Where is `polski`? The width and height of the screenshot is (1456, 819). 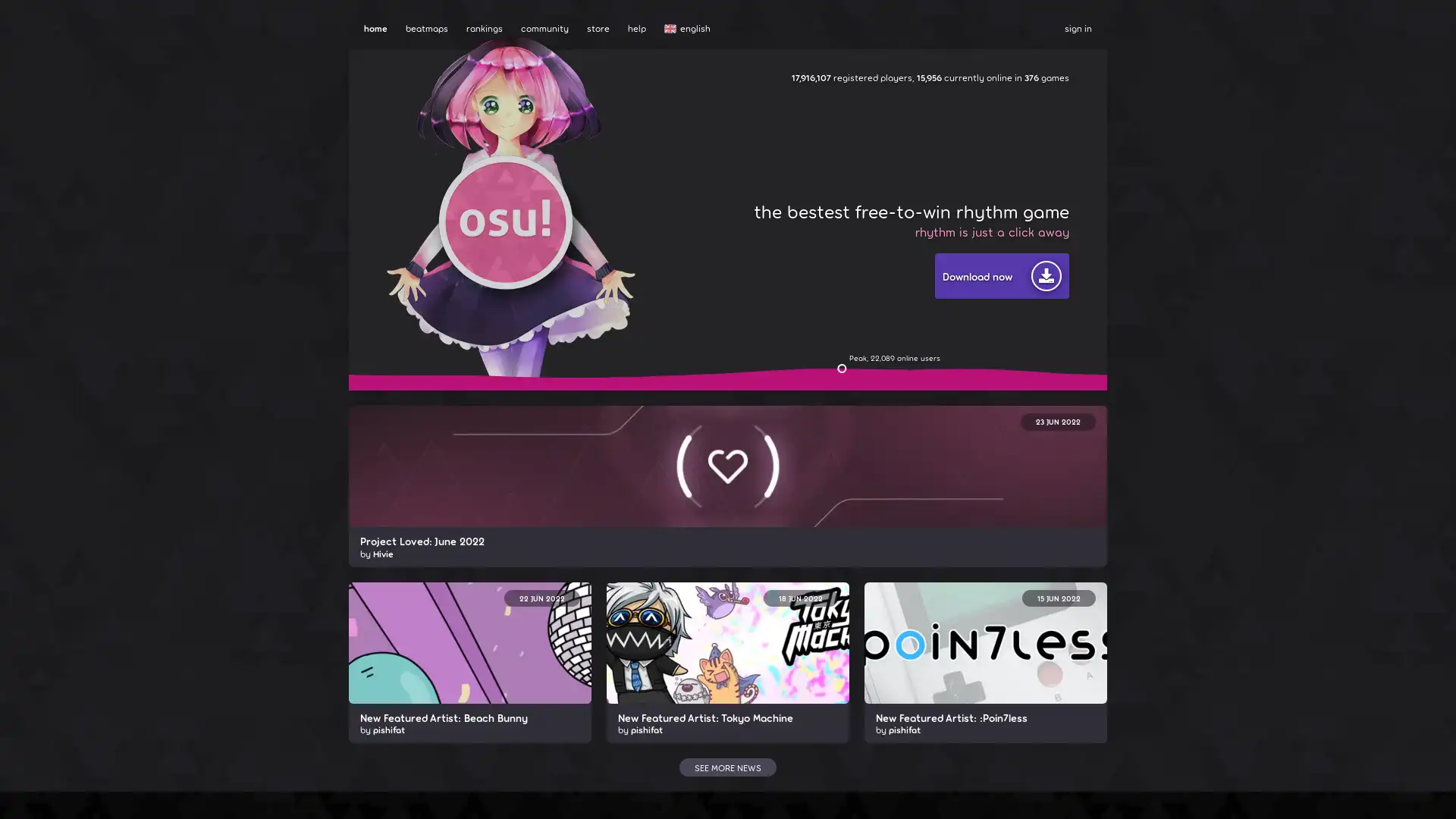
polski is located at coordinates (709, 395).